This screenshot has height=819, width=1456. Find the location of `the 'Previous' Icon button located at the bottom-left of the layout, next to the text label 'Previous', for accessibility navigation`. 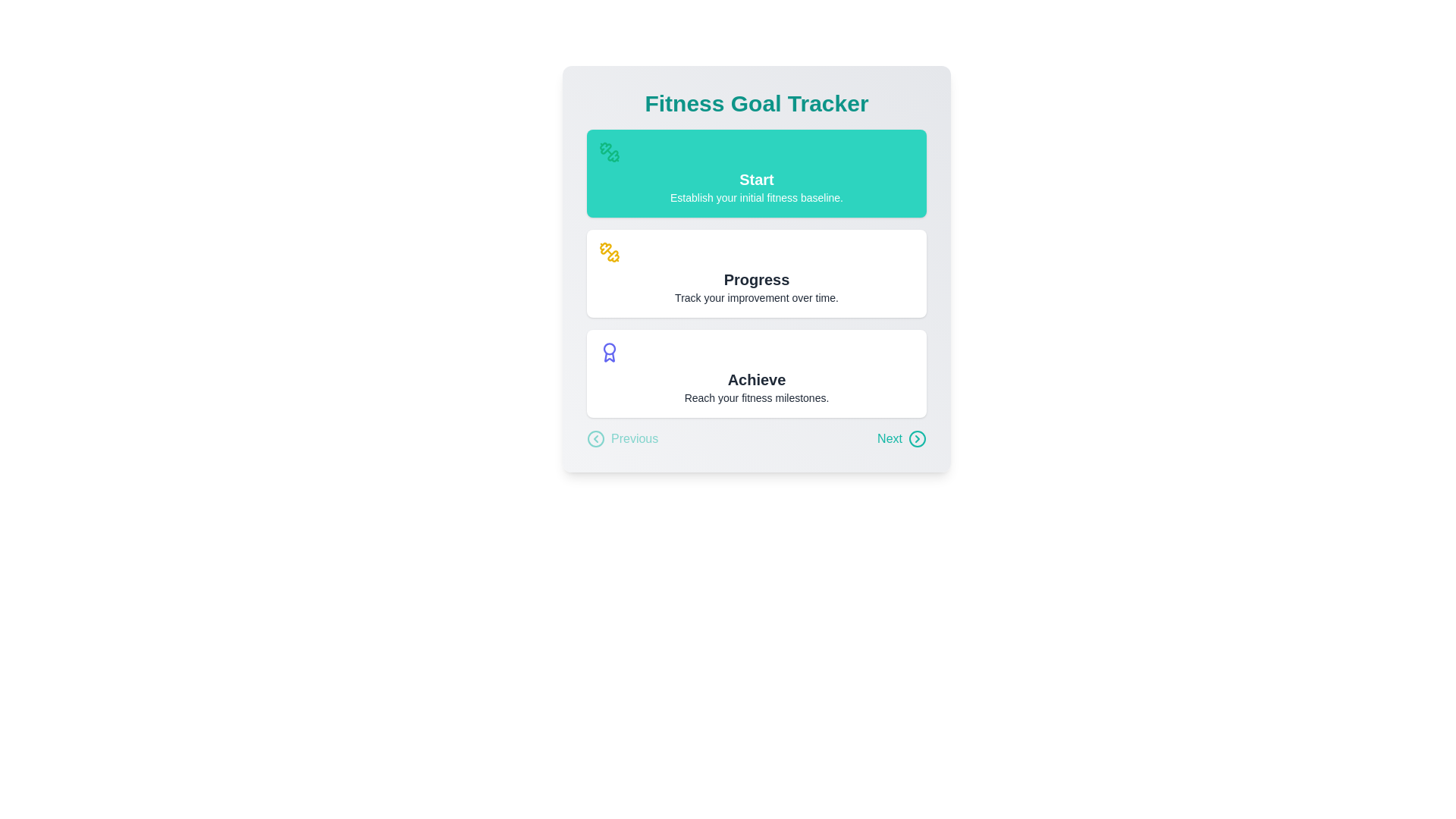

the 'Previous' Icon button located at the bottom-left of the layout, next to the text label 'Previous', for accessibility navigation is located at coordinates (595, 438).